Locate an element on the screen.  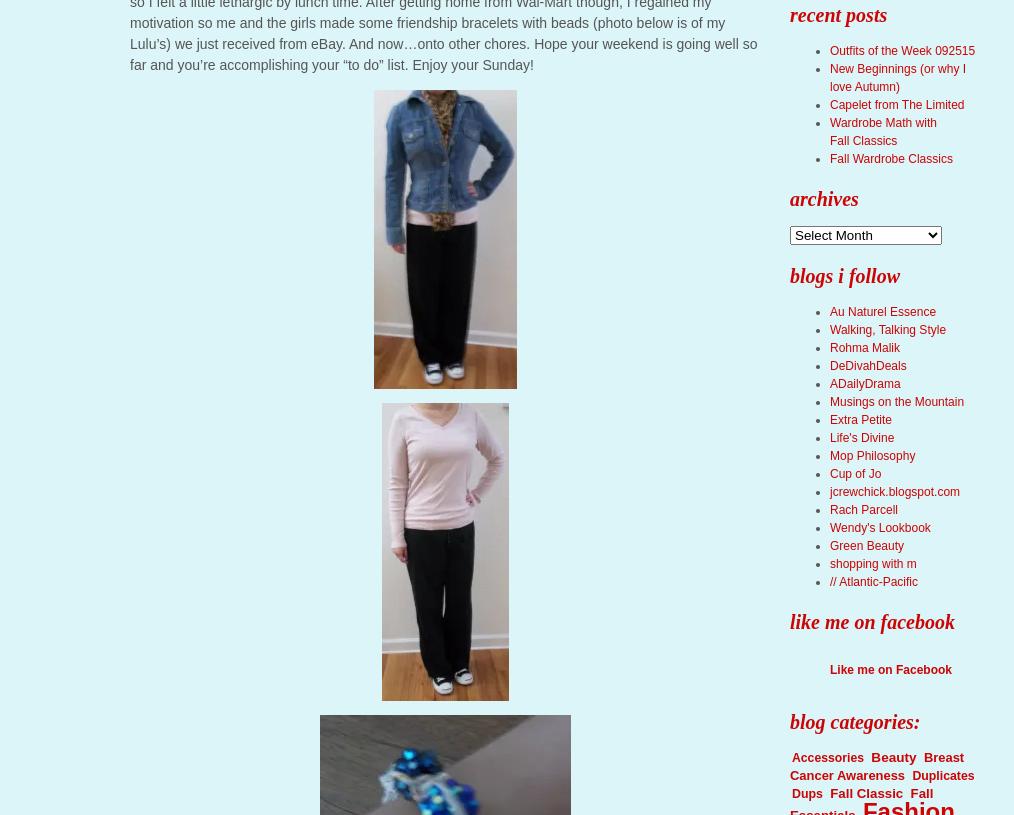
'Wendy's Lookbook' is located at coordinates (829, 528).